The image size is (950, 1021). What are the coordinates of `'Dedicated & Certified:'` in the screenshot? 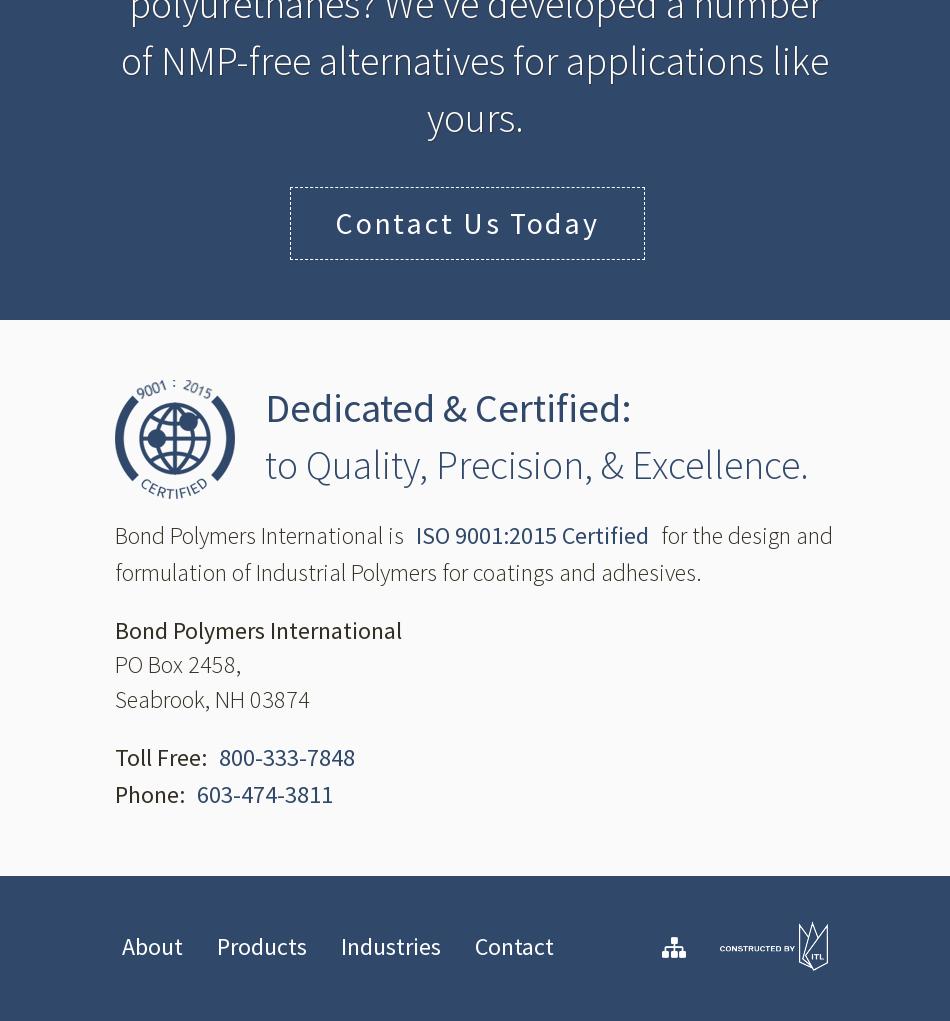 It's located at (447, 406).